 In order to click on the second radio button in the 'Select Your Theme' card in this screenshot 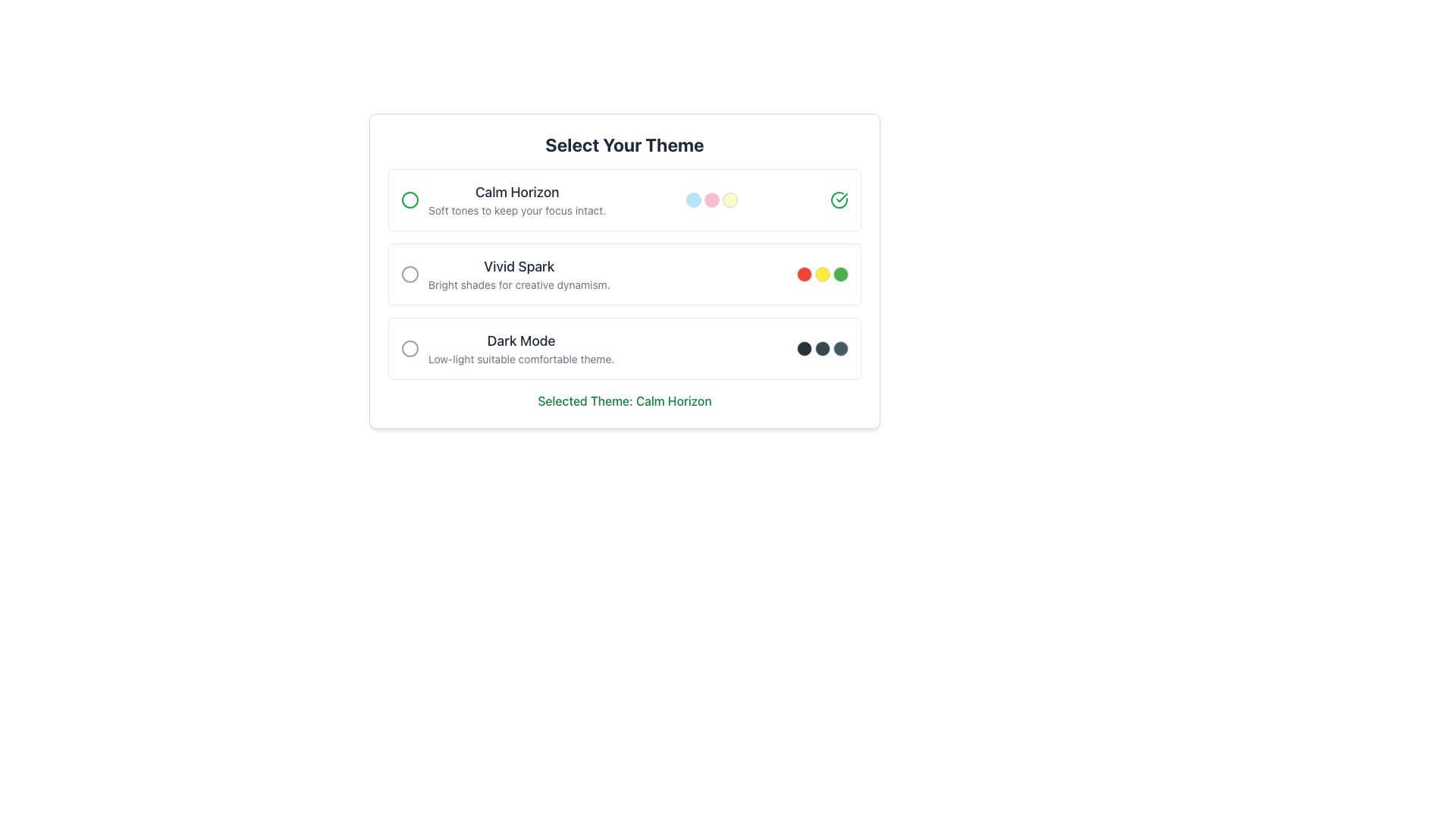, I will do `click(625, 275)`.